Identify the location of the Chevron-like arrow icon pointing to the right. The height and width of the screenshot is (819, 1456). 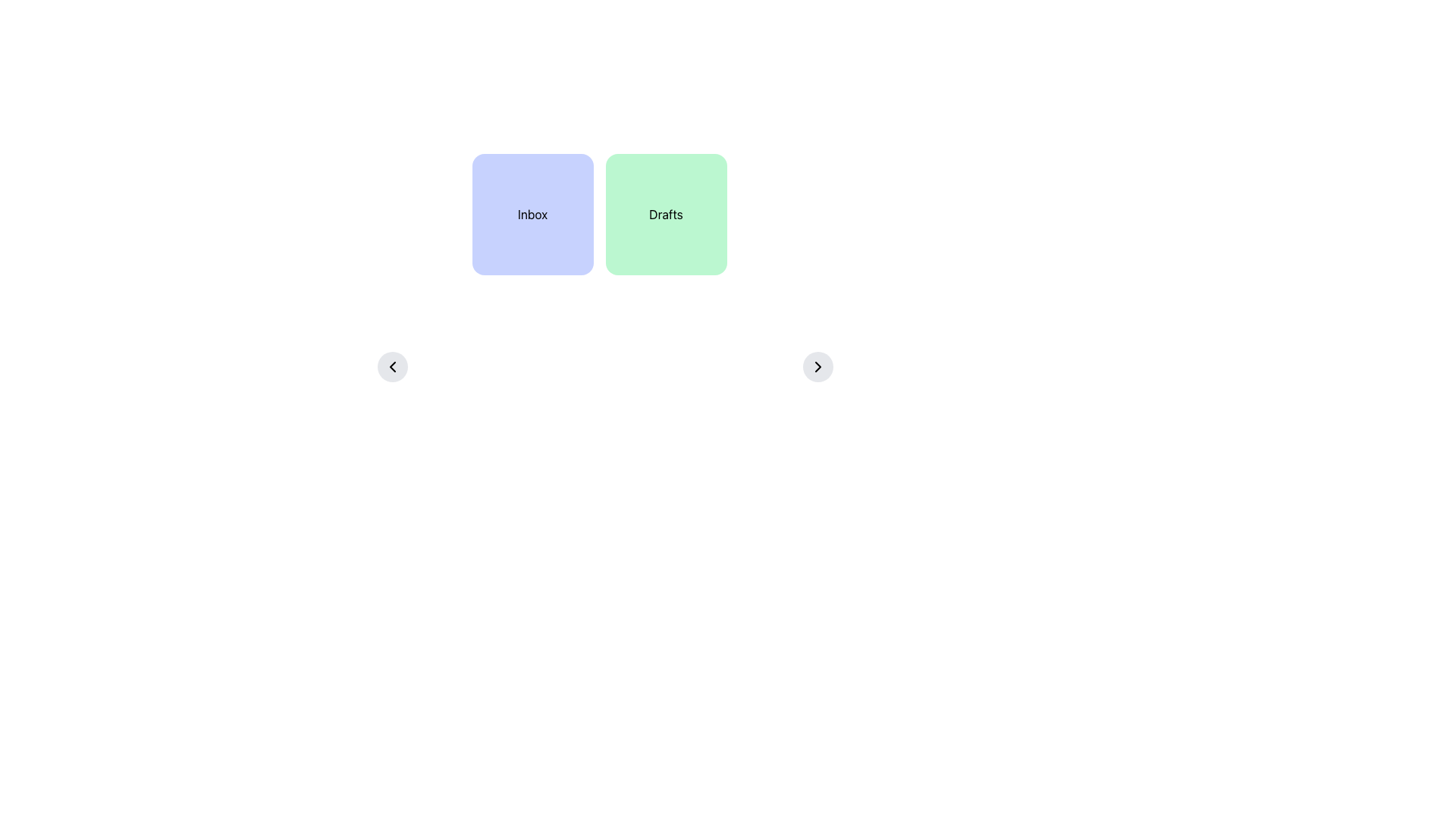
(817, 366).